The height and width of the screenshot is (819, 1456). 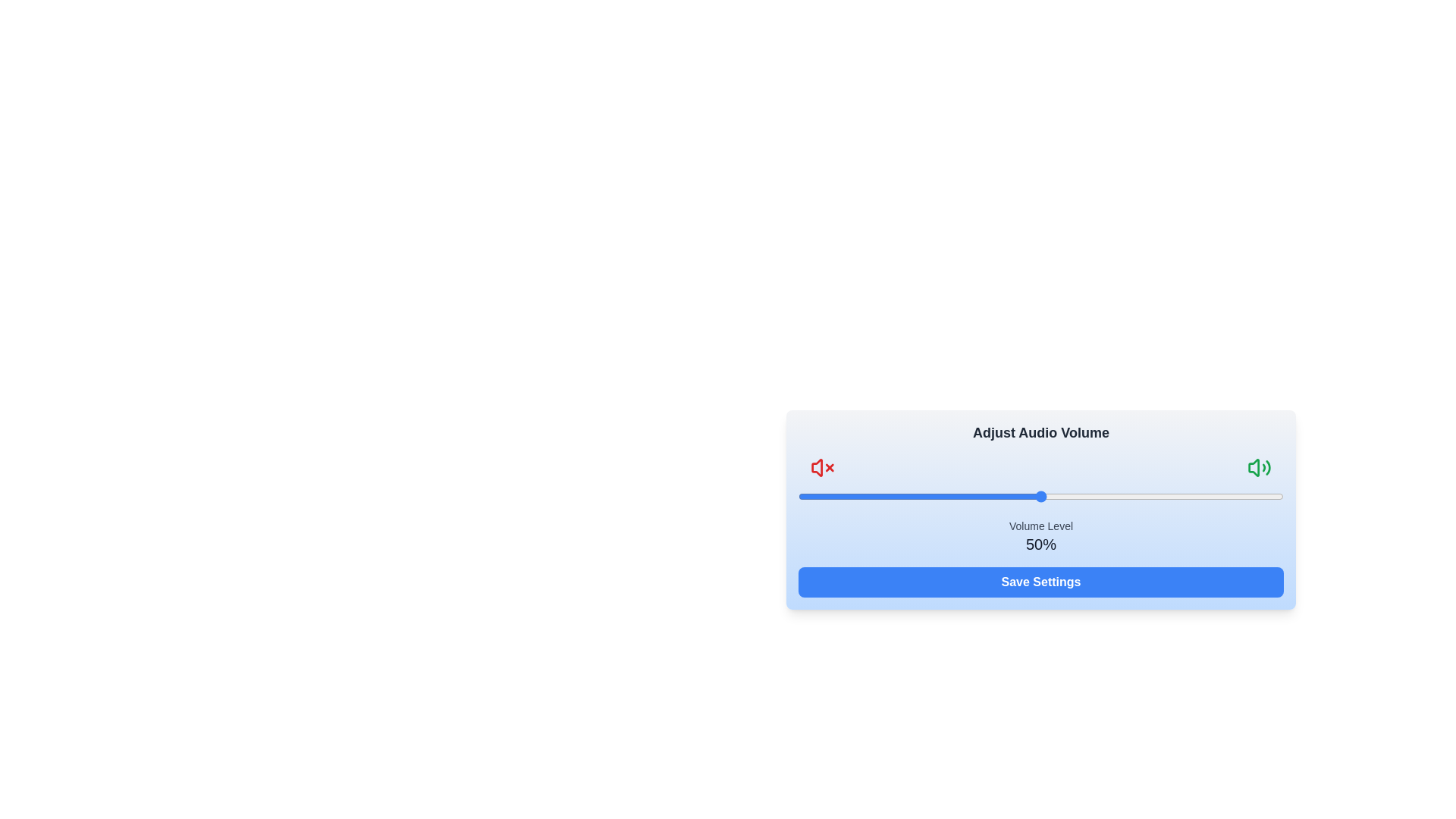 What do you see at coordinates (1259, 467) in the screenshot?
I see `the volume icon to toggle its state` at bounding box center [1259, 467].